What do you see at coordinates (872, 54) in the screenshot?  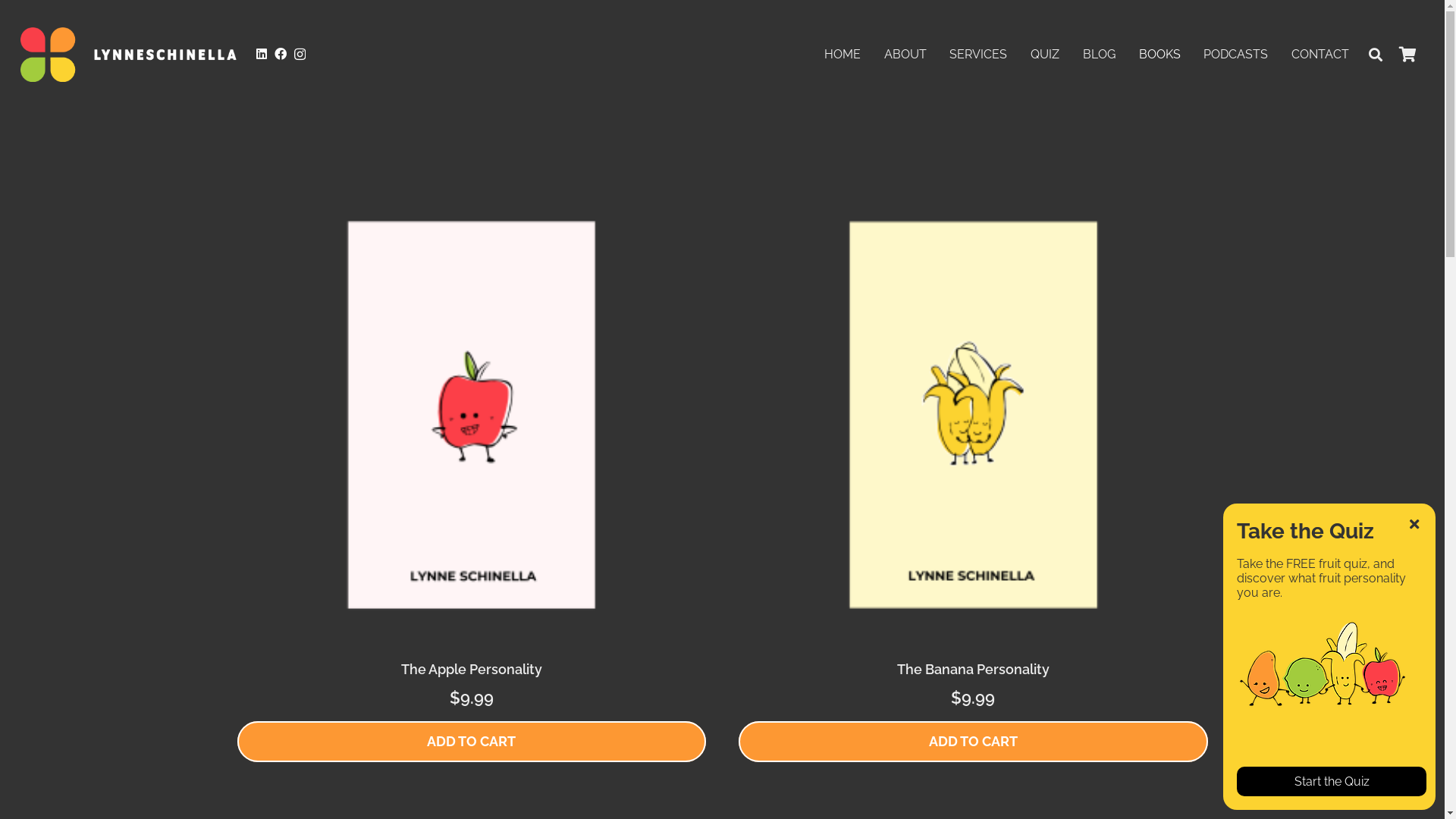 I see `'ABOUT'` at bounding box center [872, 54].